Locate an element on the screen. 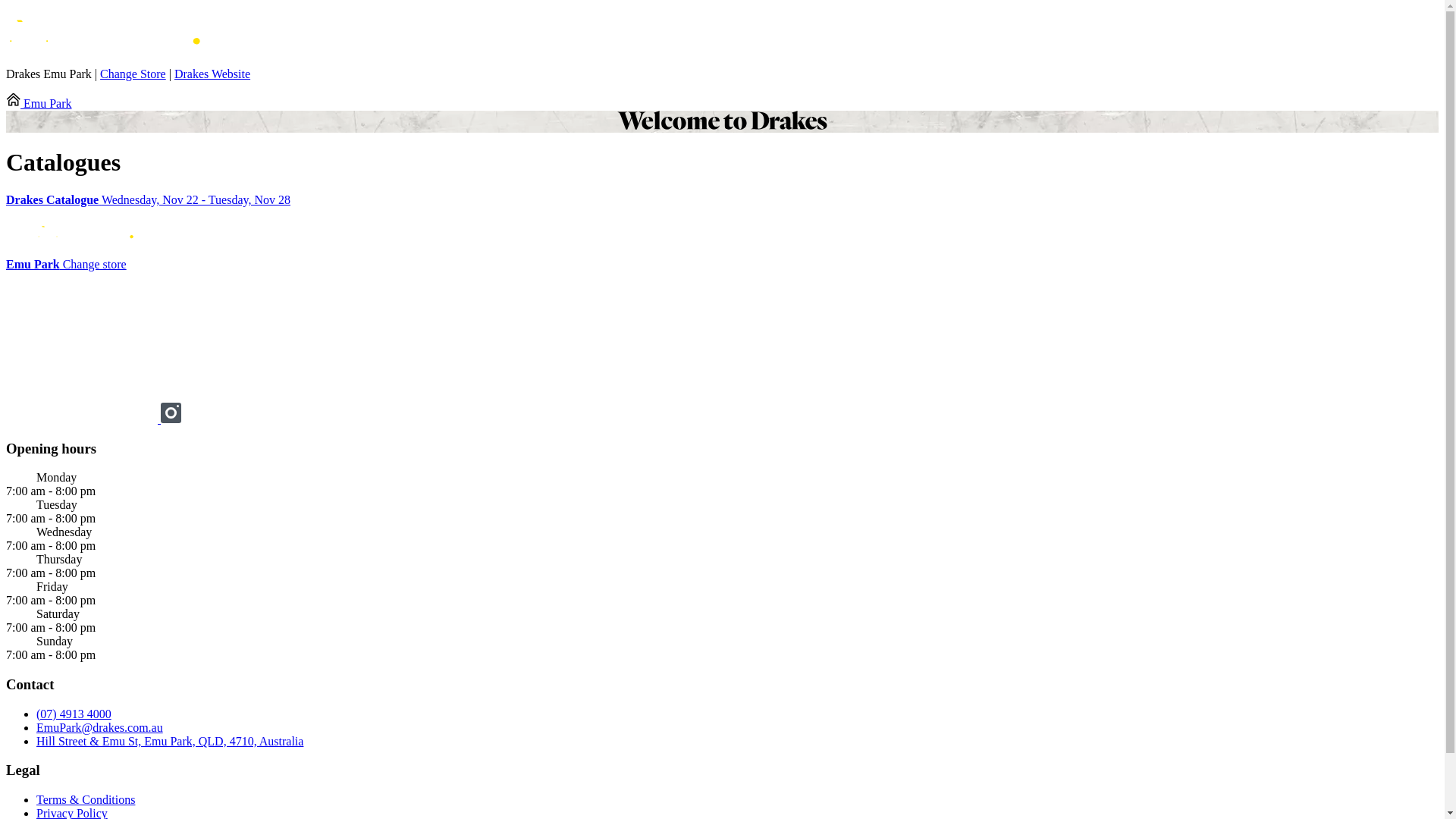 Image resolution: width=1456 pixels, height=819 pixels. 'EmuPark@drakes.com.au' is located at coordinates (99, 726).